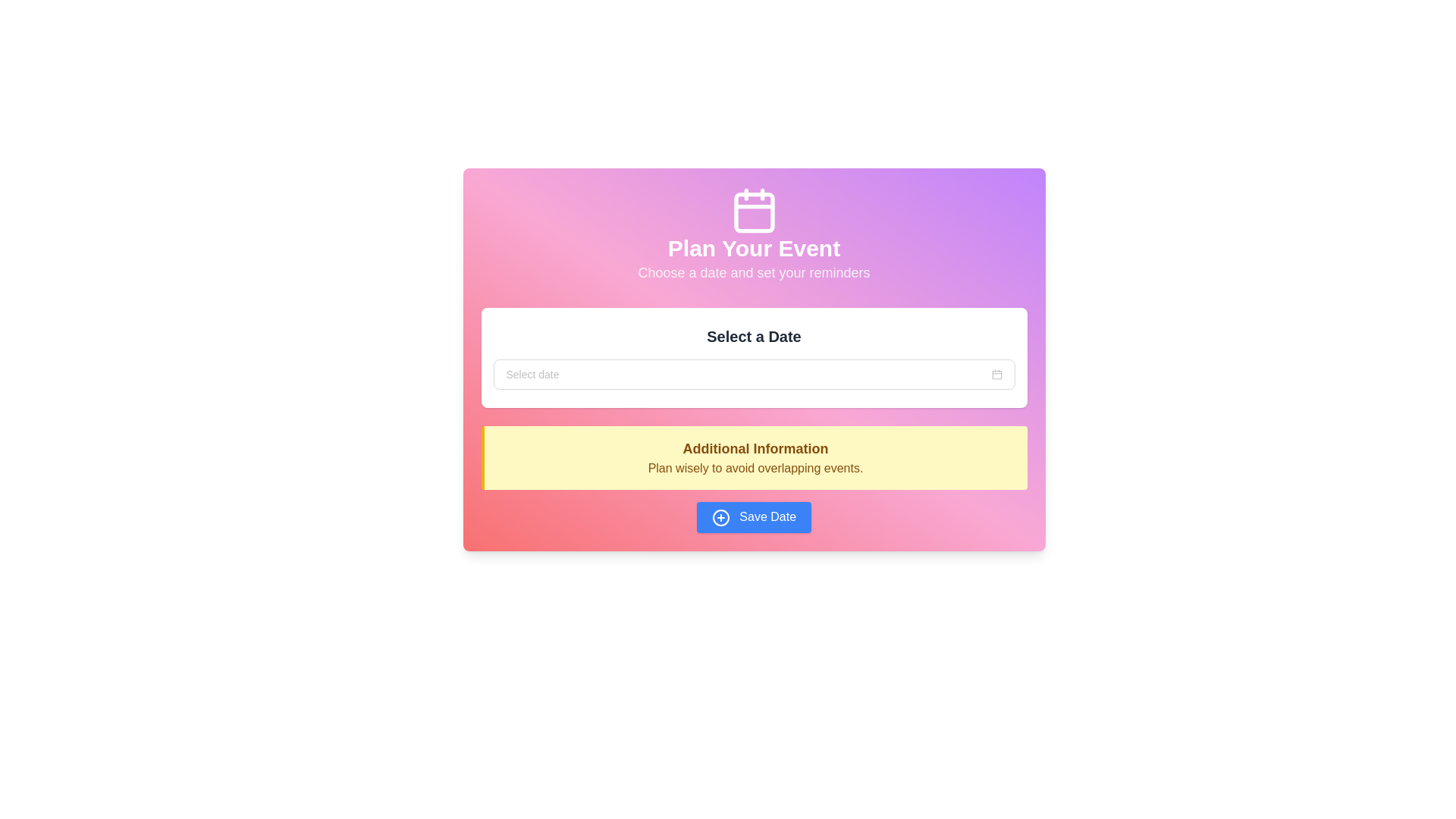 Image resolution: width=1456 pixels, height=819 pixels. I want to click on the circular icon with a plus symbol located to the left of the 'Save Date' text, which is part of a blue button with rounded edges, so click(720, 516).